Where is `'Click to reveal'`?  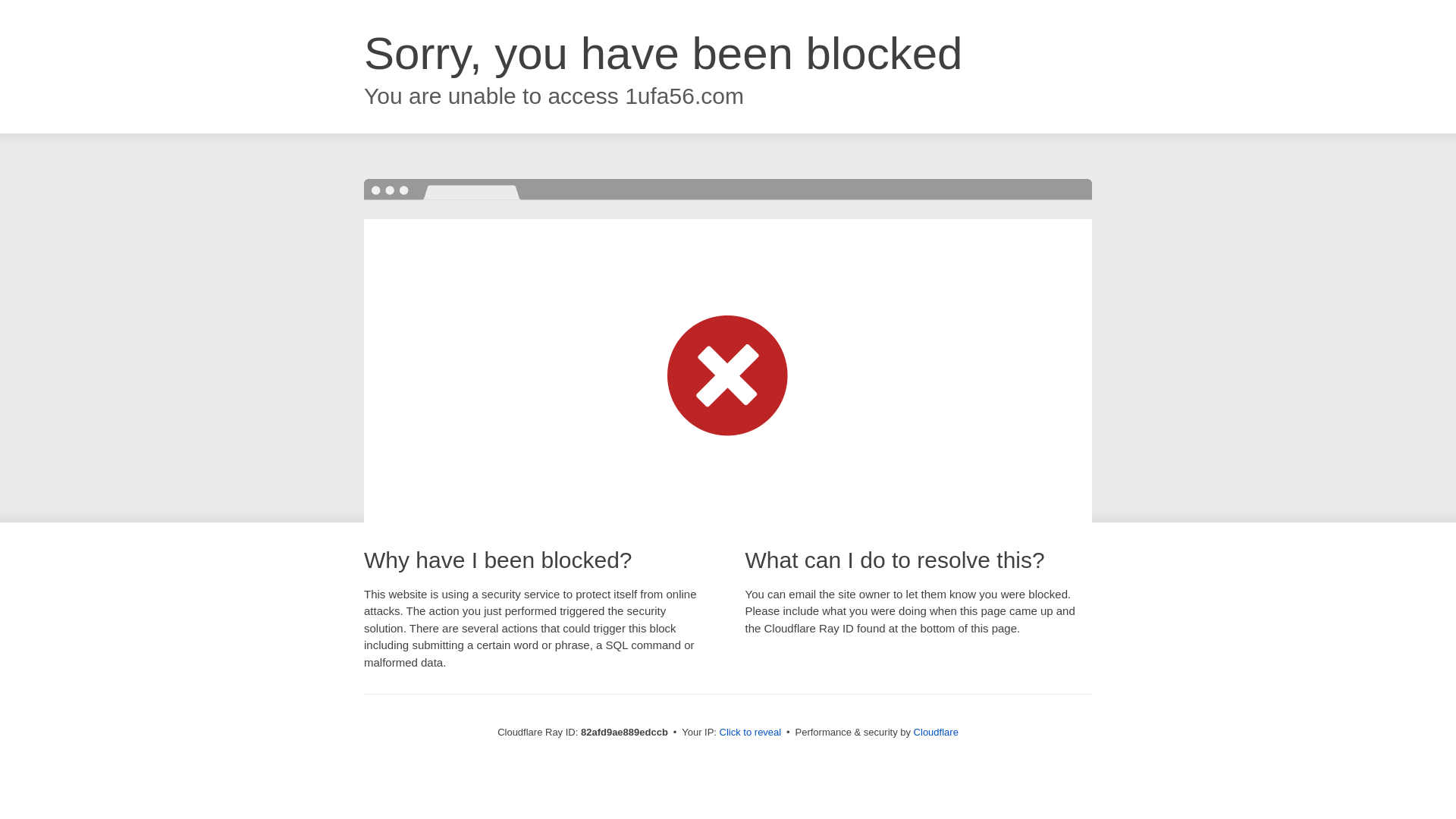
'Click to reveal' is located at coordinates (750, 731).